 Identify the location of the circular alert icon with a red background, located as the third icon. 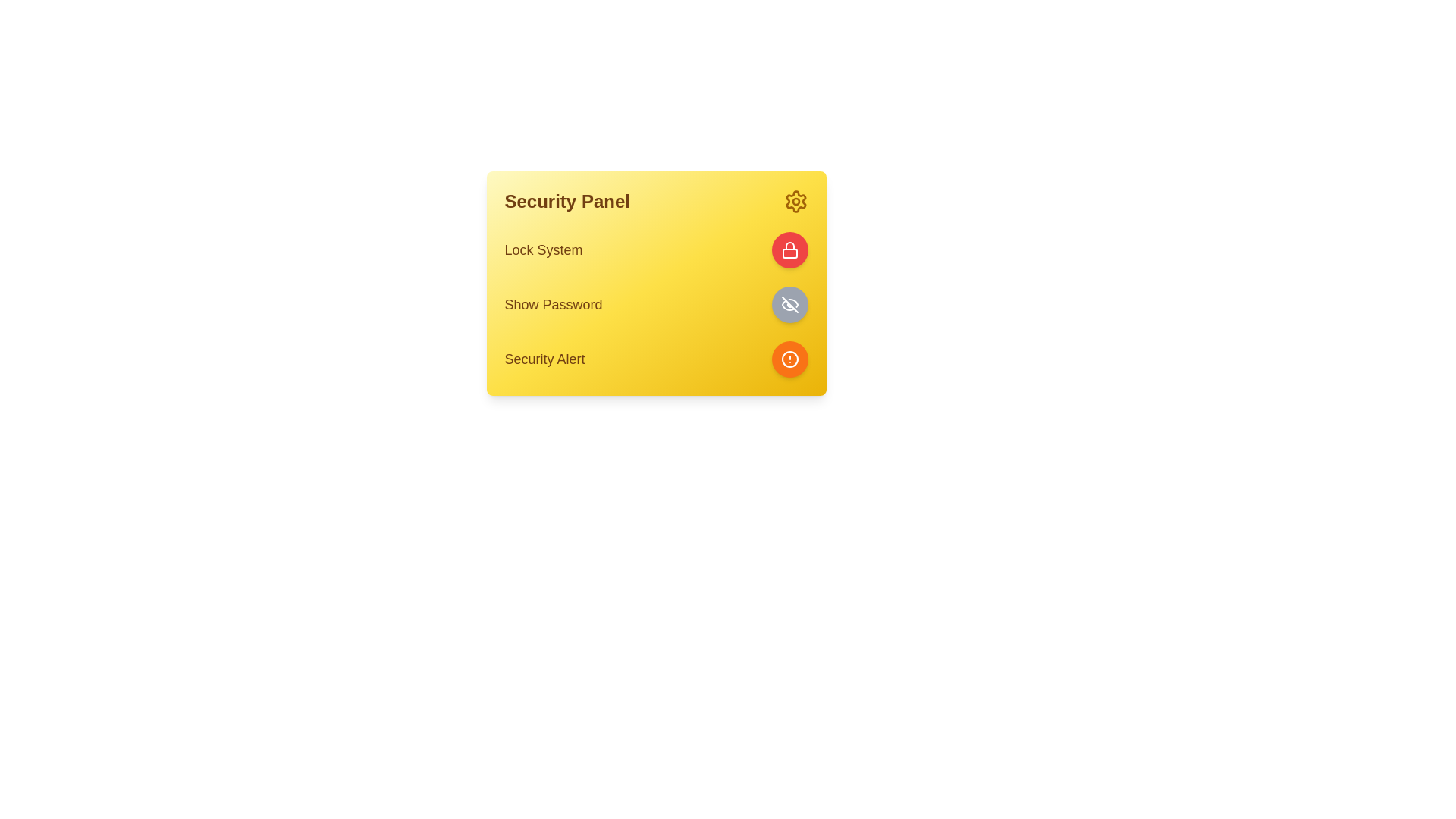
(789, 359).